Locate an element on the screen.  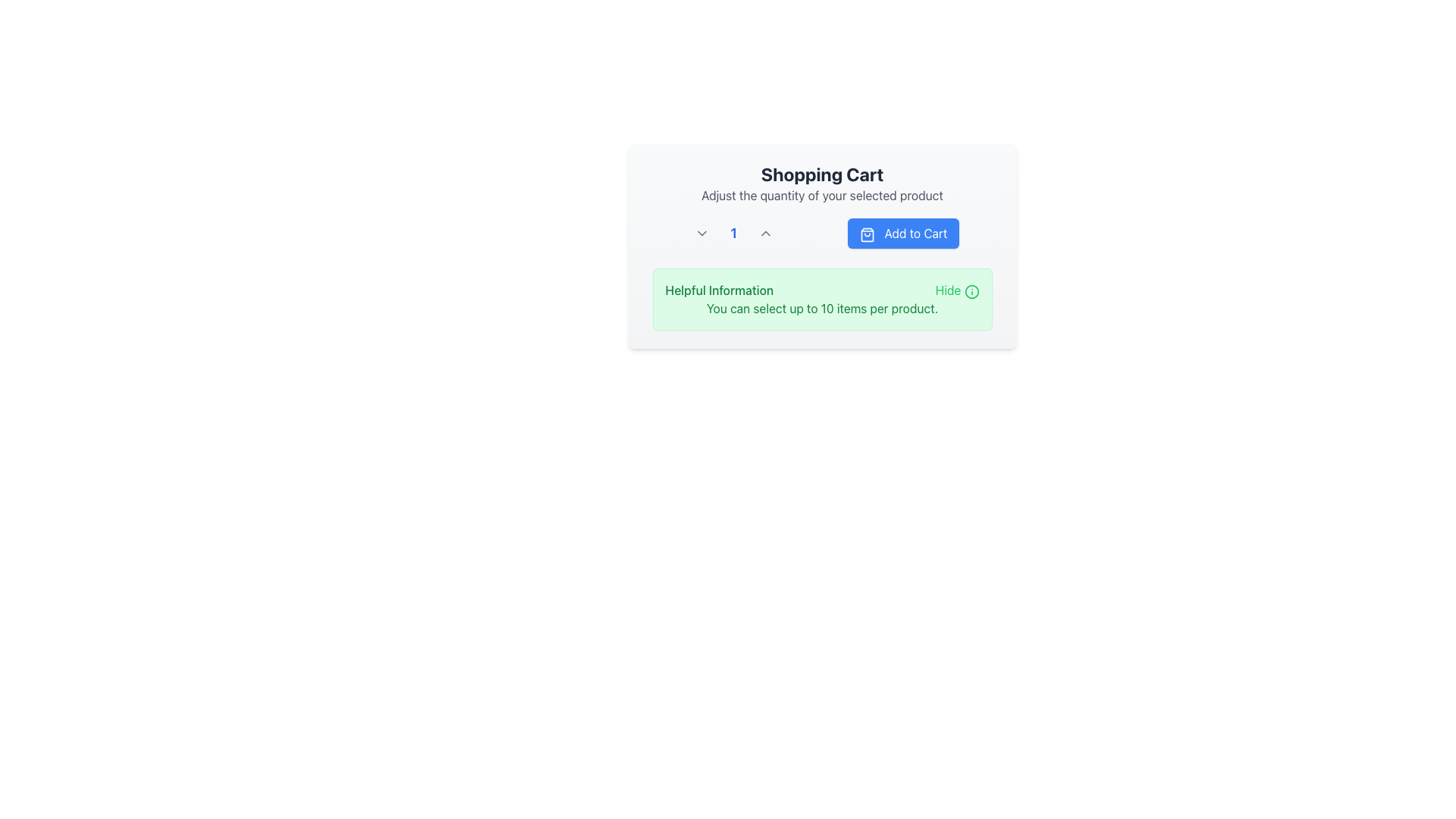
the green outlined circle within the SVG icon located at the top-right corner of the green rectangular area labeled 'Helpful Information', next to the text 'Hide' is located at coordinates (971, 291).